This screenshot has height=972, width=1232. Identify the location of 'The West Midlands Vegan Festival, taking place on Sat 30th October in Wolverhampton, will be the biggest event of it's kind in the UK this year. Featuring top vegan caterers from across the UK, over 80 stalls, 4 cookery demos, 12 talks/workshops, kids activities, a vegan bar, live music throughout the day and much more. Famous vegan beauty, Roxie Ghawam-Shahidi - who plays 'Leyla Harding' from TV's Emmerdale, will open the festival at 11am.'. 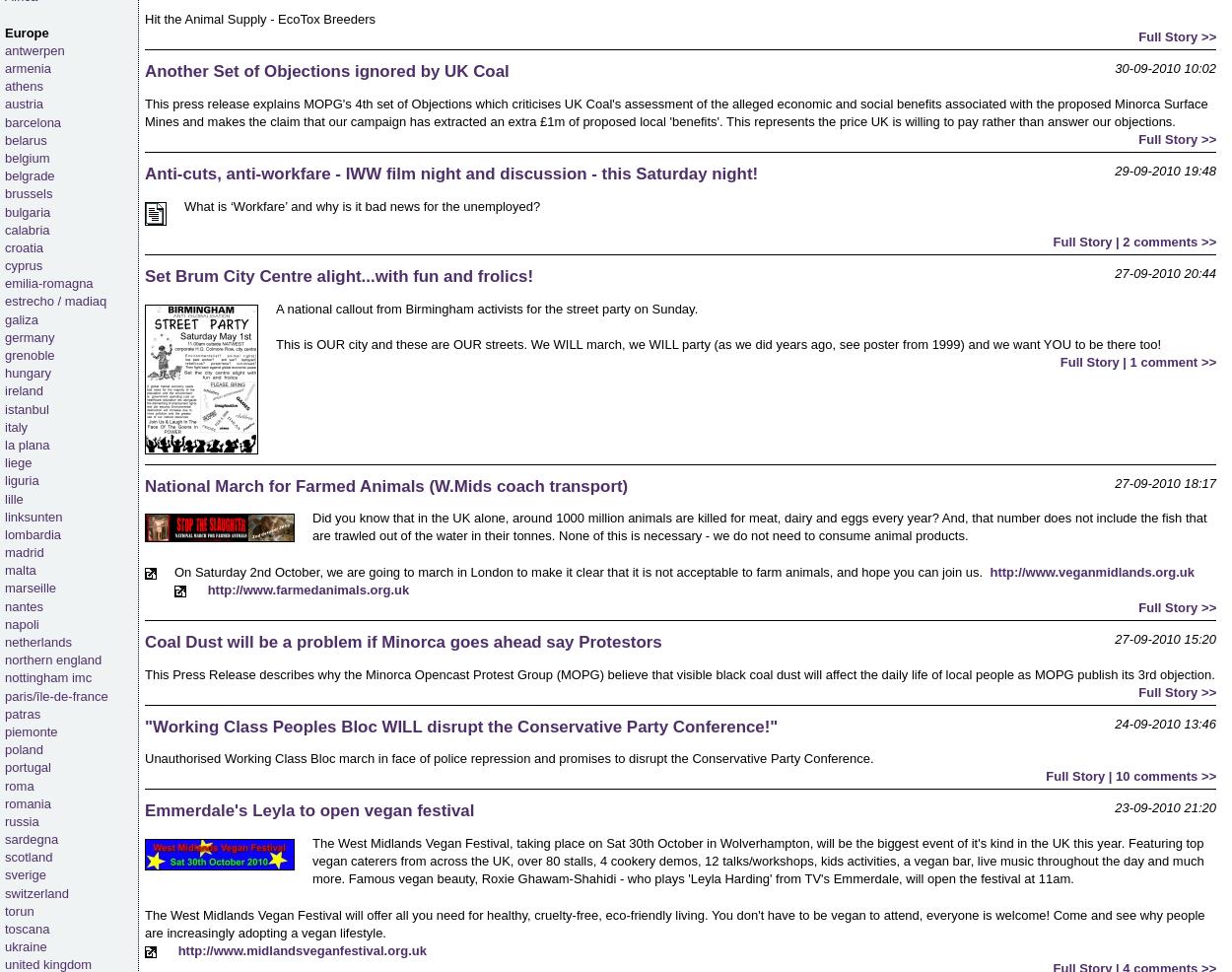
(758, 860).